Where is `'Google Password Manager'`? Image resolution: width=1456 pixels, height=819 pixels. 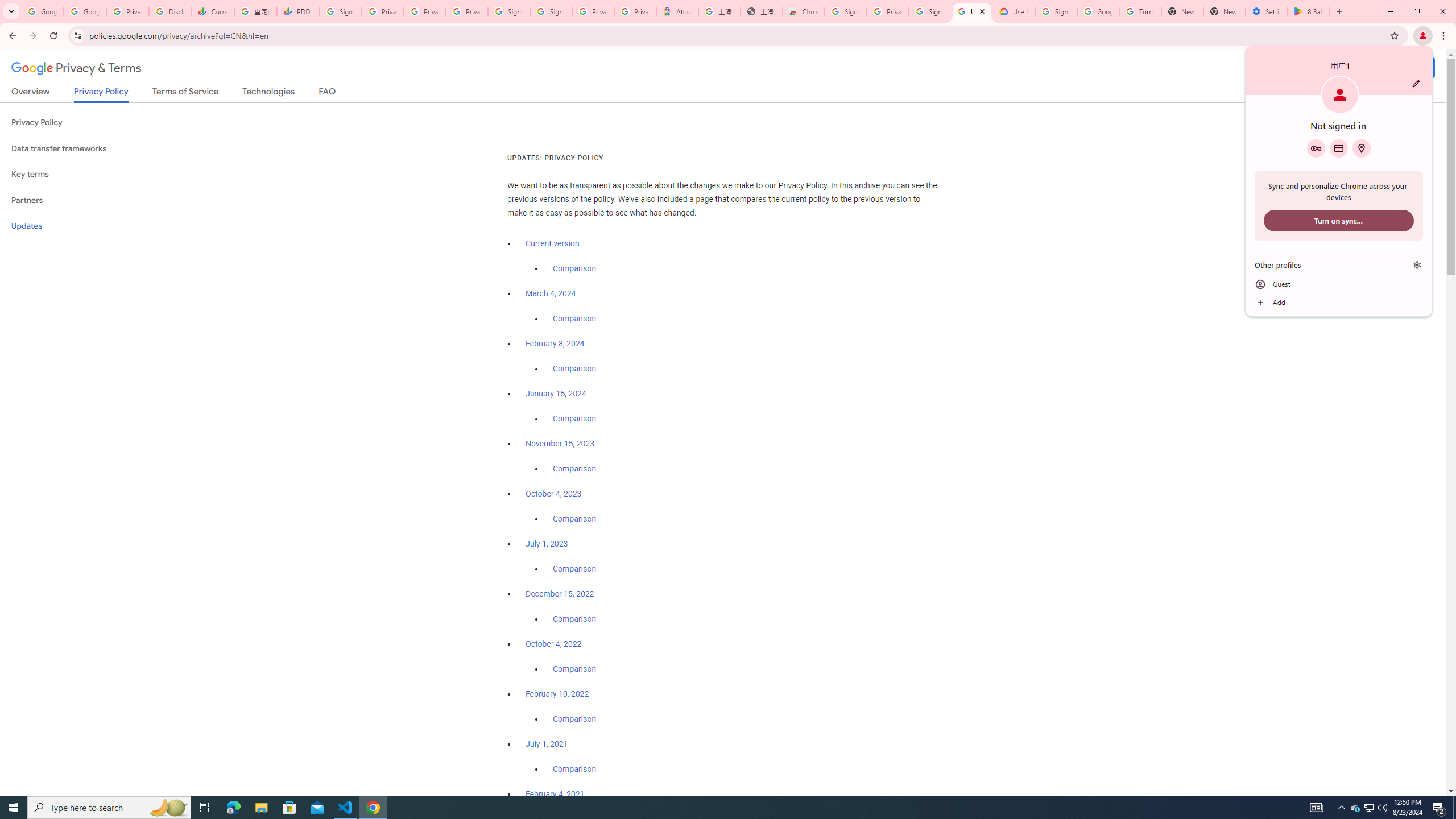 'Google Password Manager' is located at coordinates (1316, 148).